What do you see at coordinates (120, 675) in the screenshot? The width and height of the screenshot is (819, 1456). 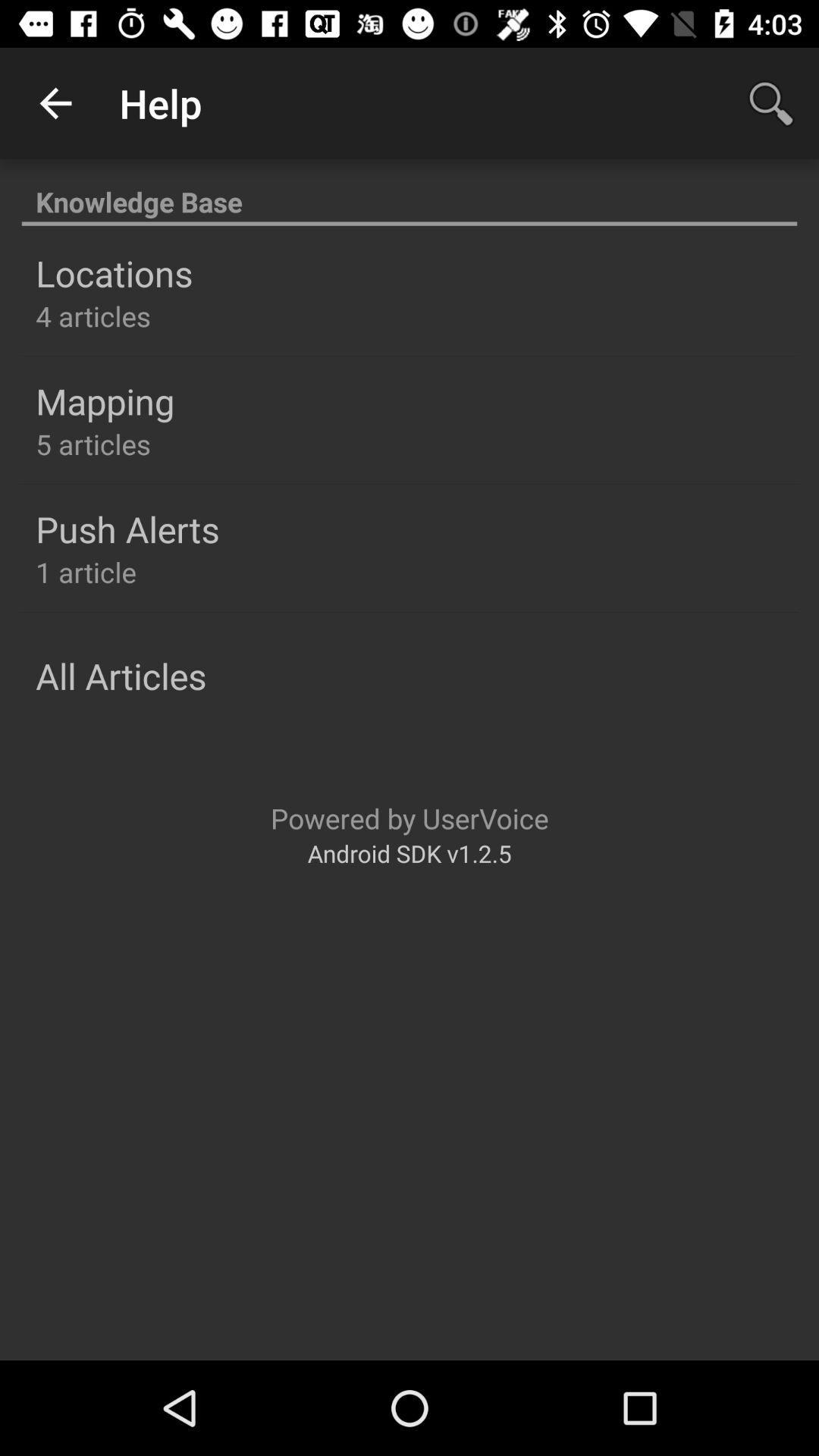 I see `all articles` at bounding box center [120, 675].